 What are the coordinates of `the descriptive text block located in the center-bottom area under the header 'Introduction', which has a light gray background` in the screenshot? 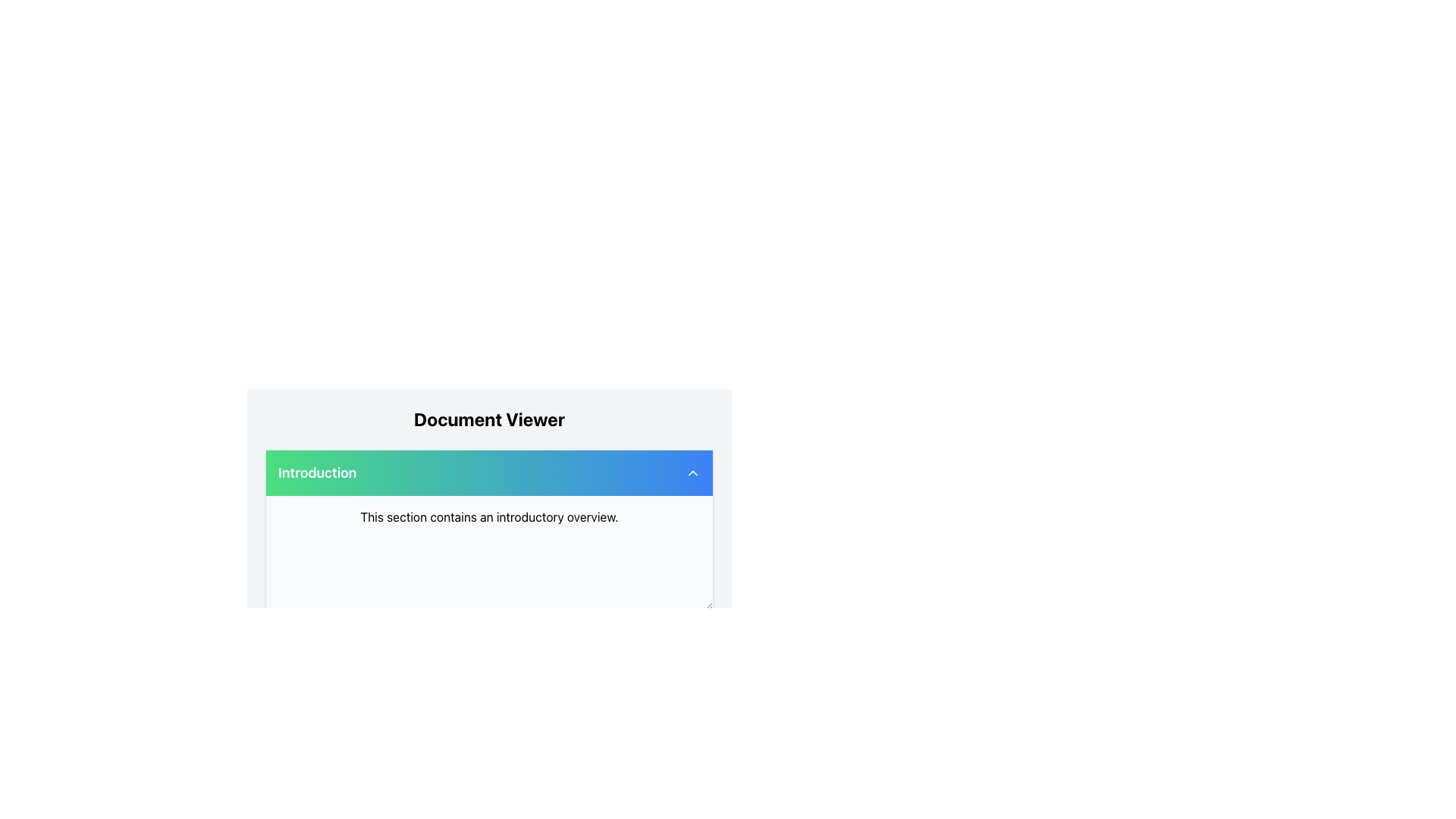 It's located at (489, 516).